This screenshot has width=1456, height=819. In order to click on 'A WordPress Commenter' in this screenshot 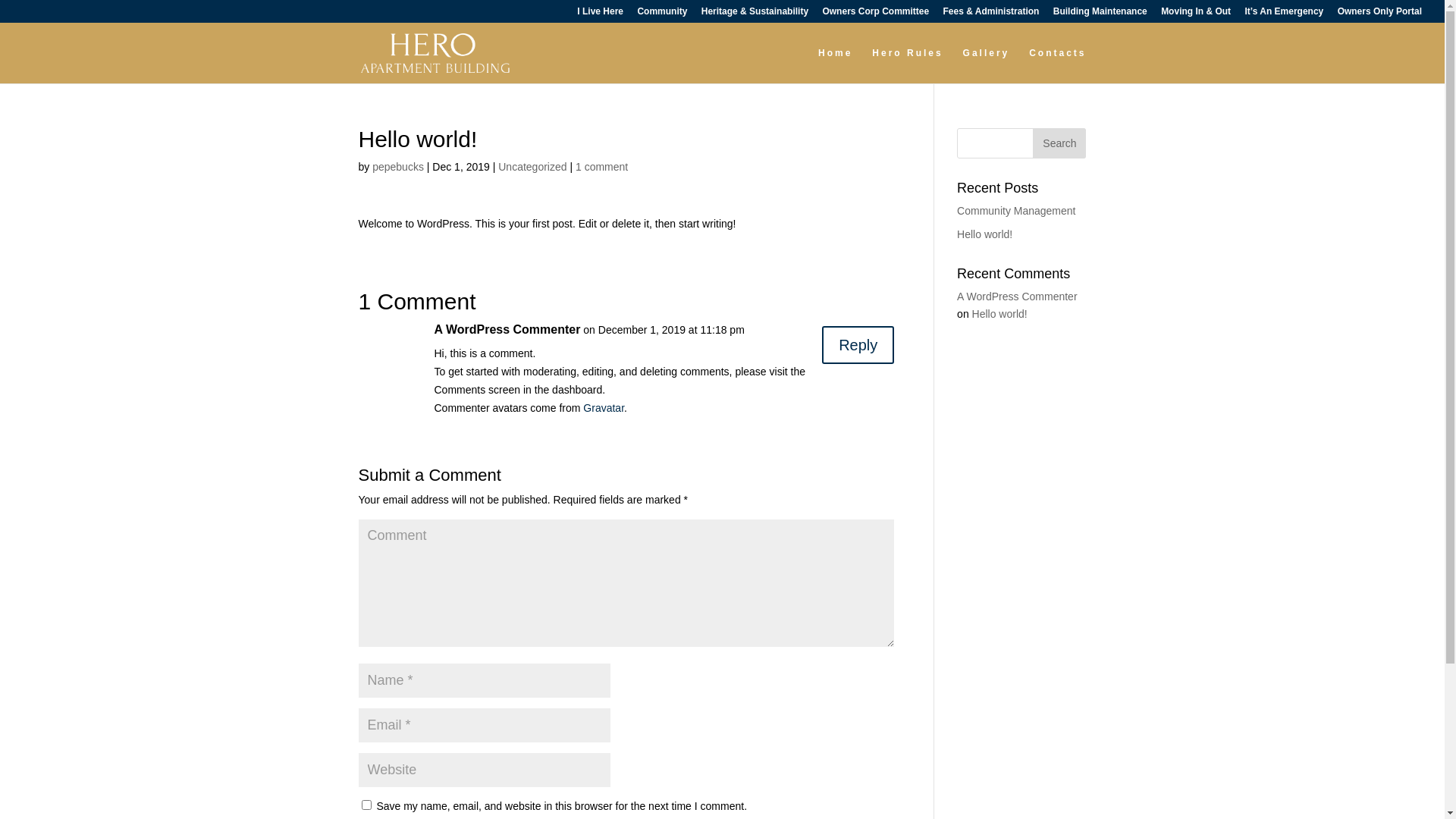, I will do `click(1016, 296)`.